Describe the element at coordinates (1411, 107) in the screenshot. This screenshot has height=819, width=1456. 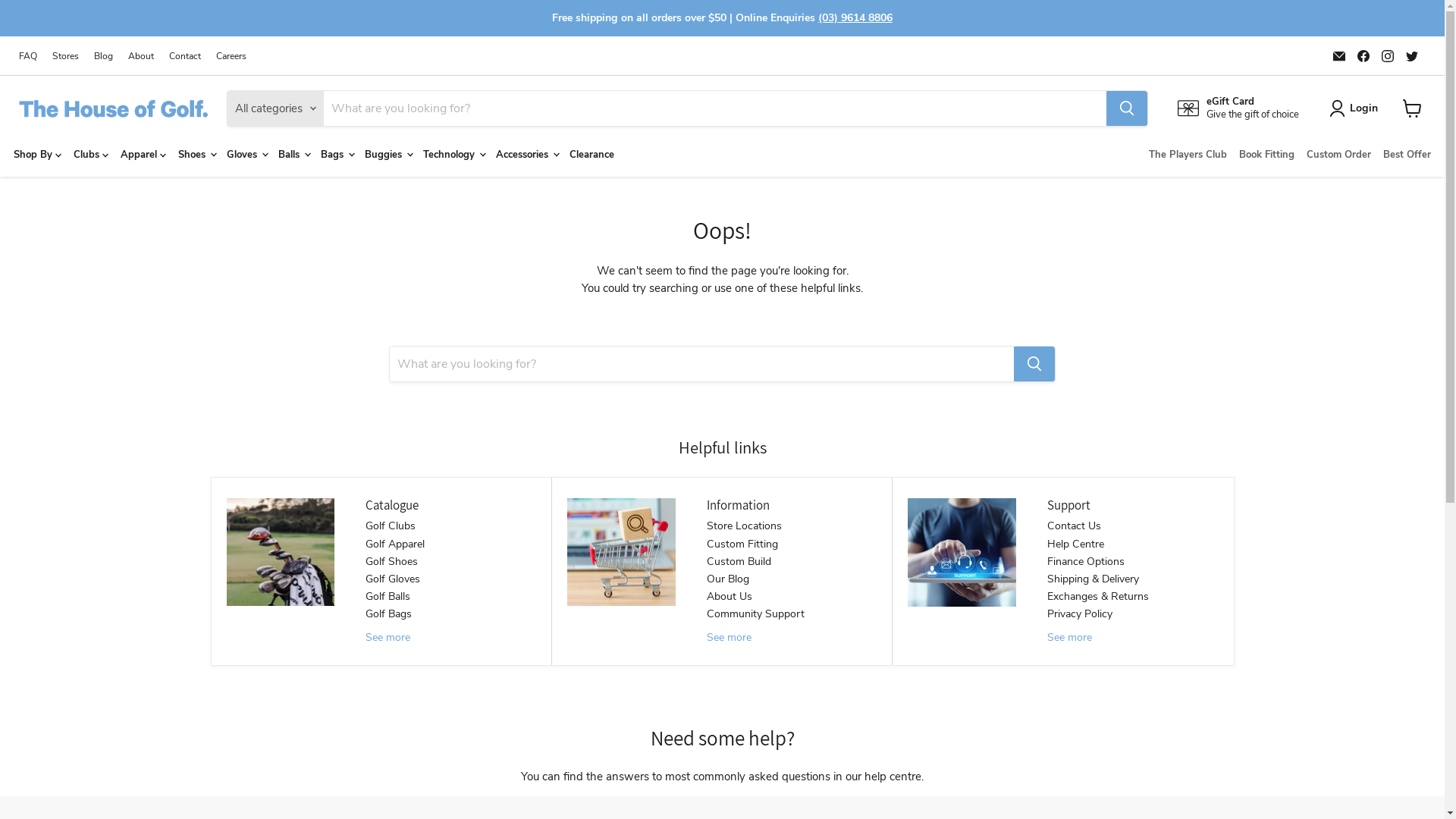
I see `'View cart'` at that location.